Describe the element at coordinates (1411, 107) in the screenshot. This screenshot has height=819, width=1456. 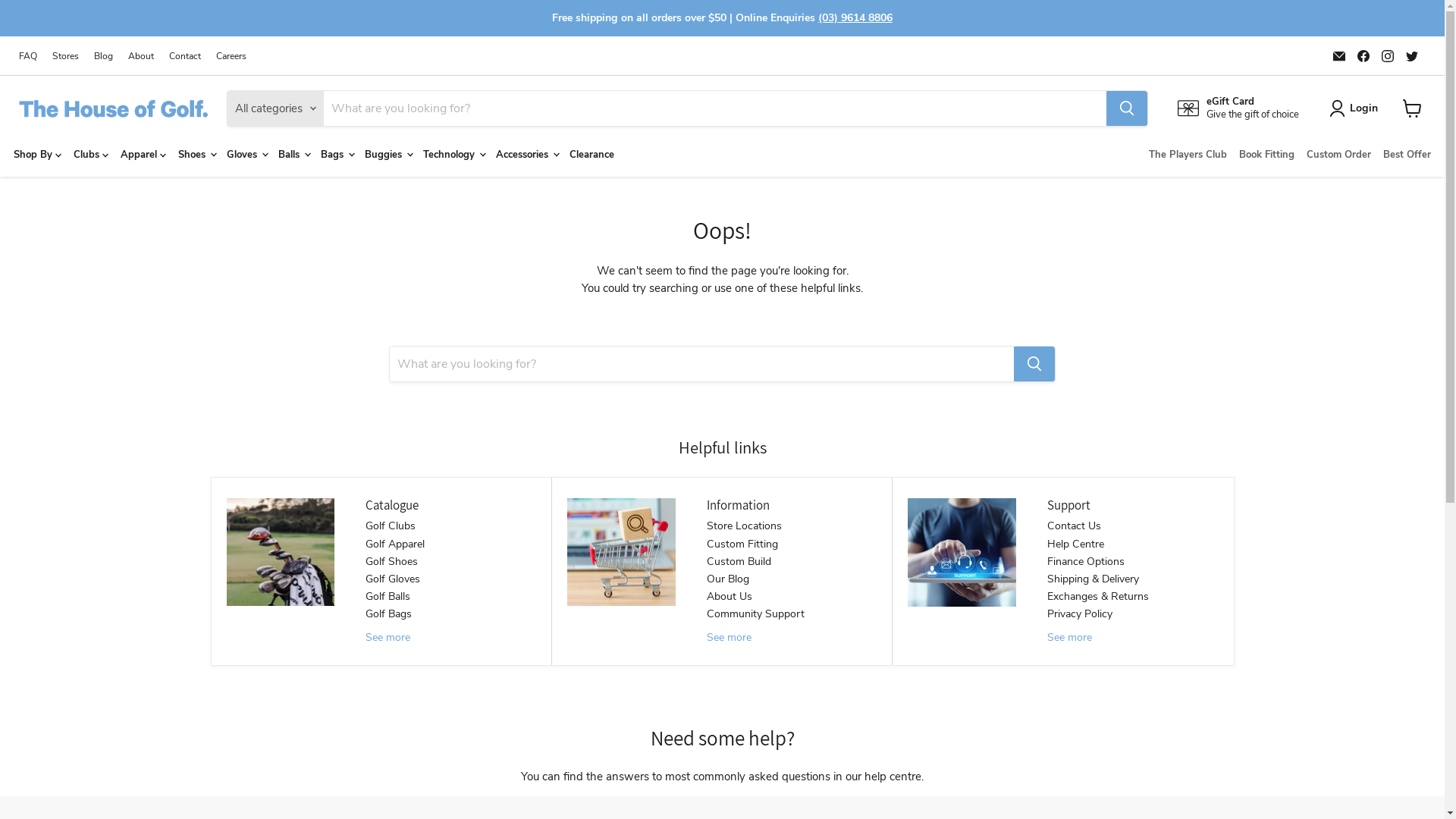
I see `'View cart'` at that location.